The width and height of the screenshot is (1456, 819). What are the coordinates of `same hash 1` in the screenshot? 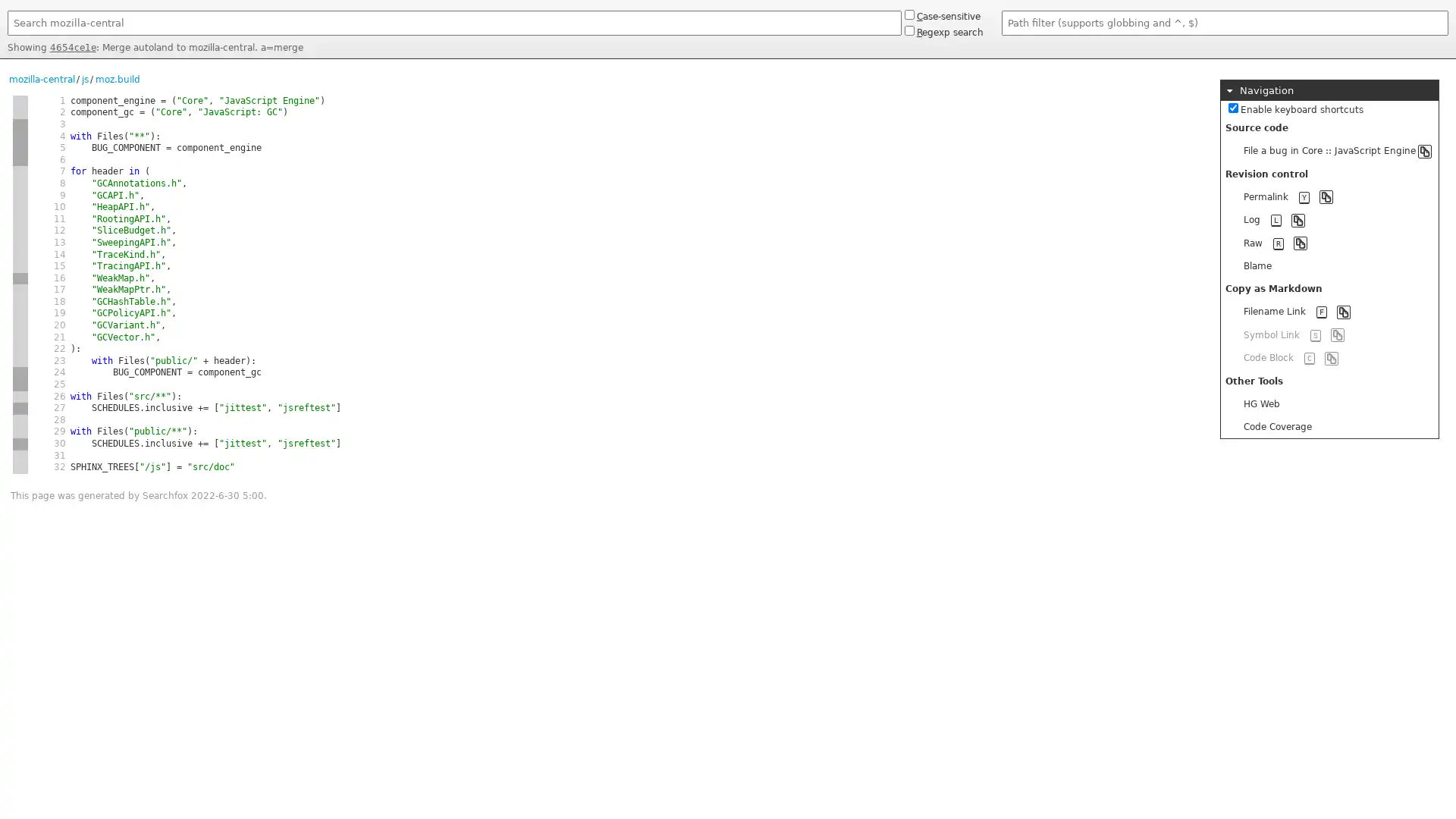 It's located at (20, 312).